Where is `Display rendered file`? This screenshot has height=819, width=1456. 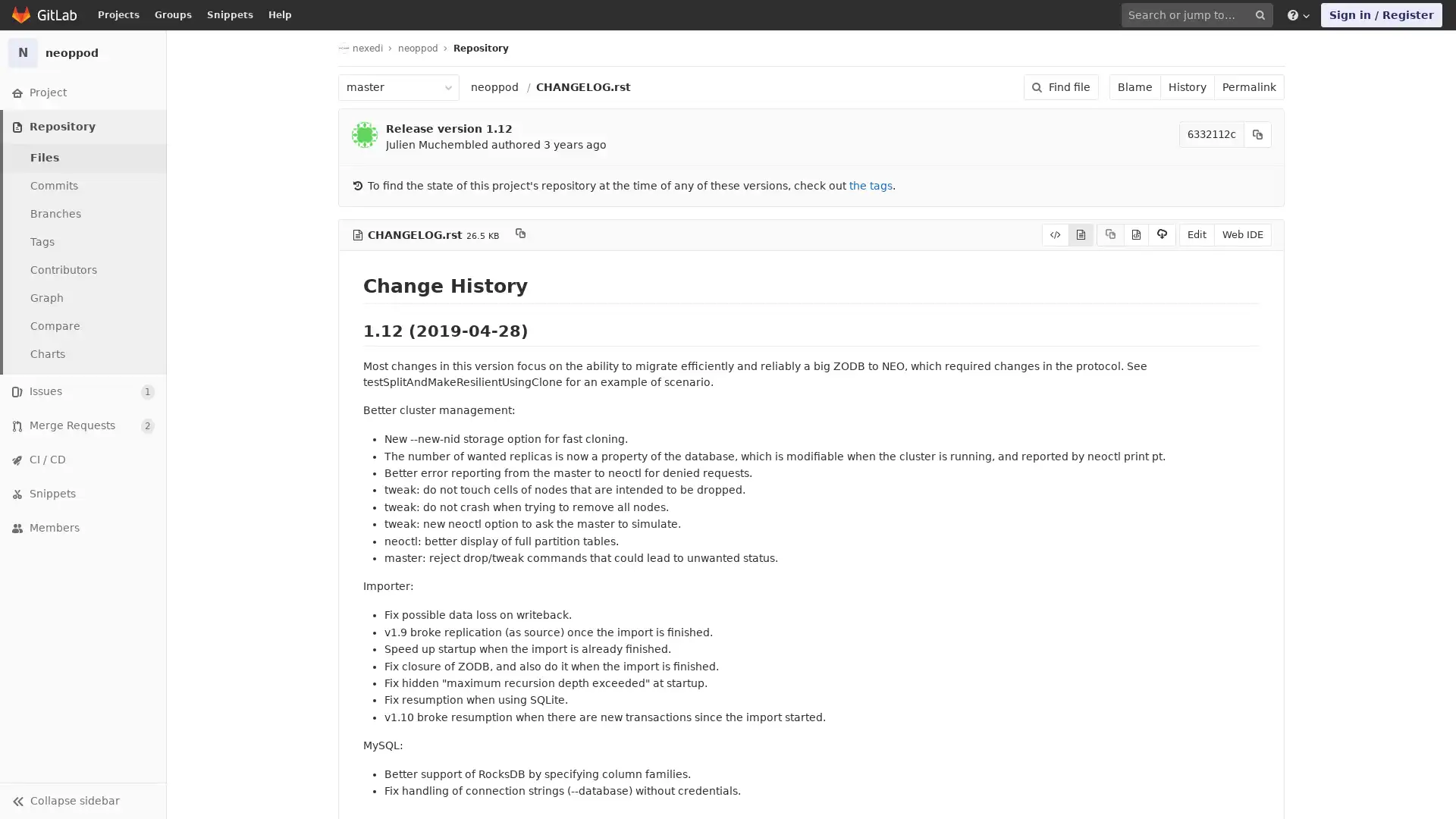 Display rendered file is located at coordinates (1080, 234).